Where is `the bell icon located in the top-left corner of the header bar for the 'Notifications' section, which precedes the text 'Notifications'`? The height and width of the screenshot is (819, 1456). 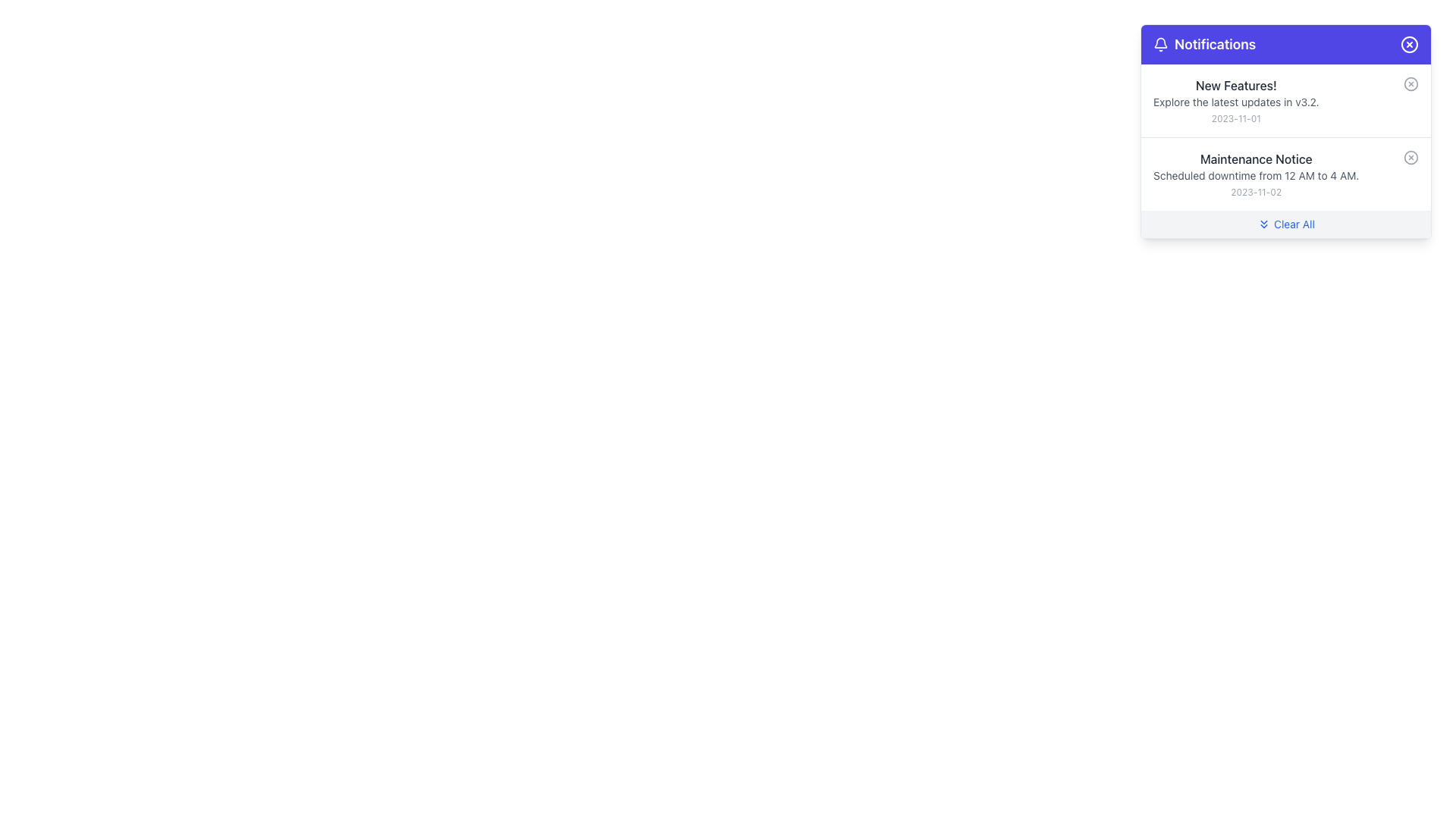
the bell icon located in the top-left corner of the header bar for the 'Notifications' section, which precedes the text 'Notifications' is located at coordinates (1160, 43).